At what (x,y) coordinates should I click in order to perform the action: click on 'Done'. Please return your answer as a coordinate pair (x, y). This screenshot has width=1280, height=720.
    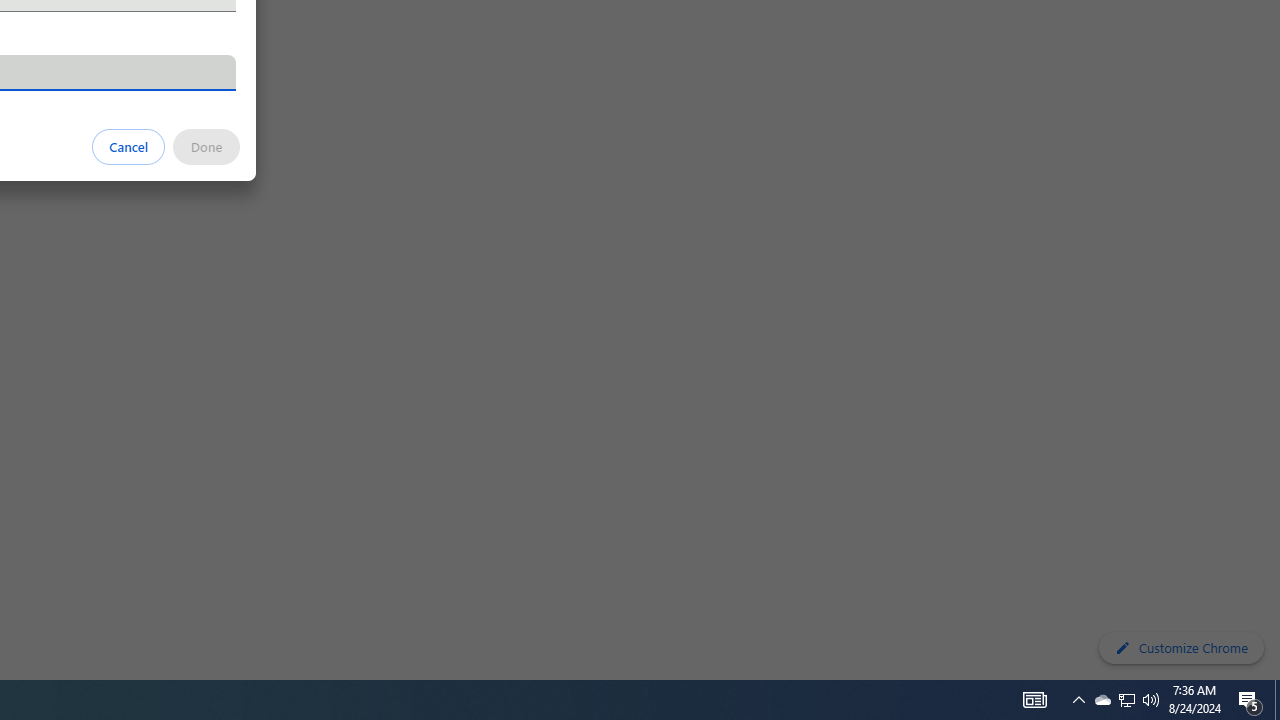
    Looking at the image, I should click on (206, 145).